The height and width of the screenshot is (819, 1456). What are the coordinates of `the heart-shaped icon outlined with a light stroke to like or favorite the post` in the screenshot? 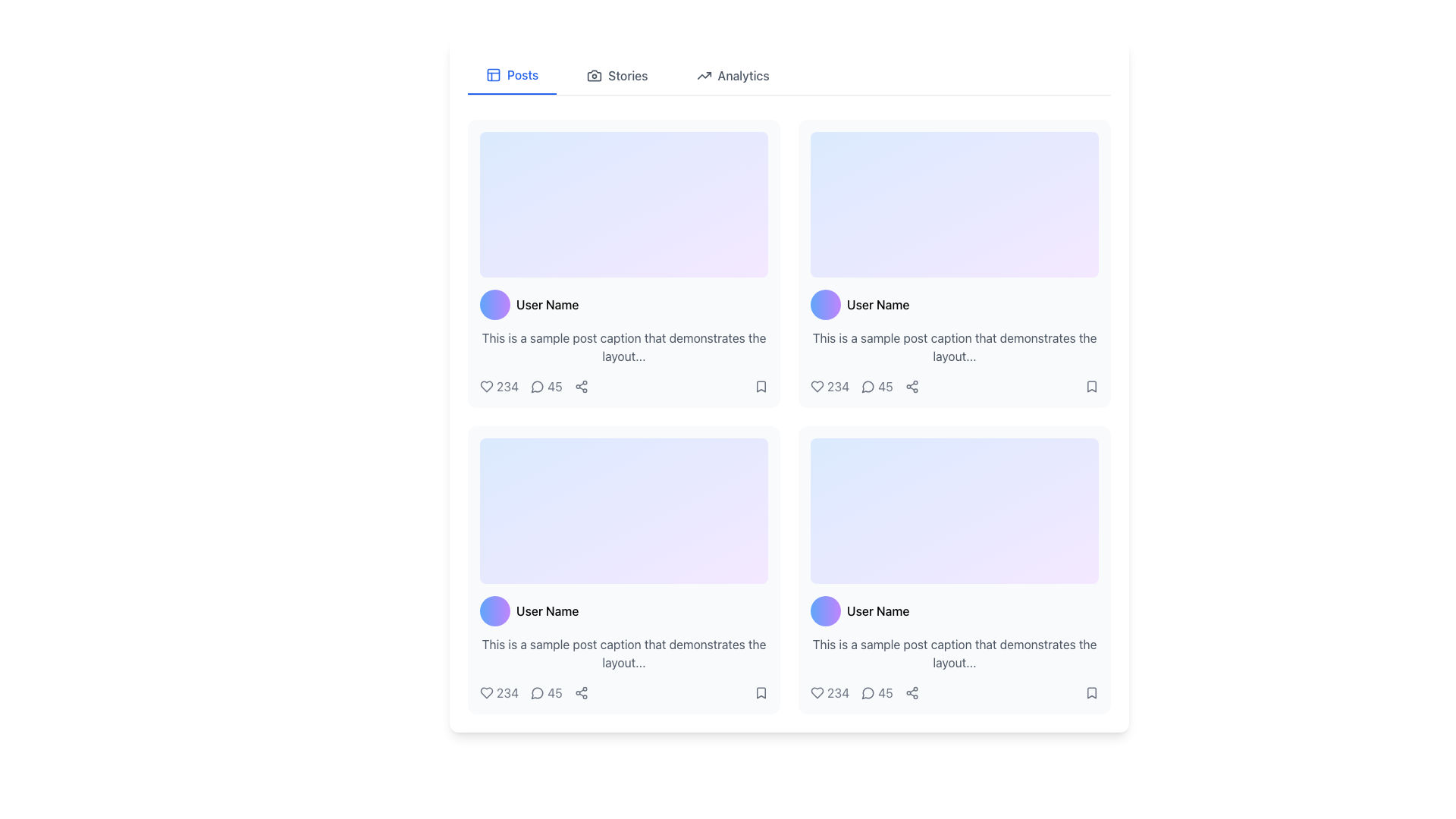 It's located at (487, 385).